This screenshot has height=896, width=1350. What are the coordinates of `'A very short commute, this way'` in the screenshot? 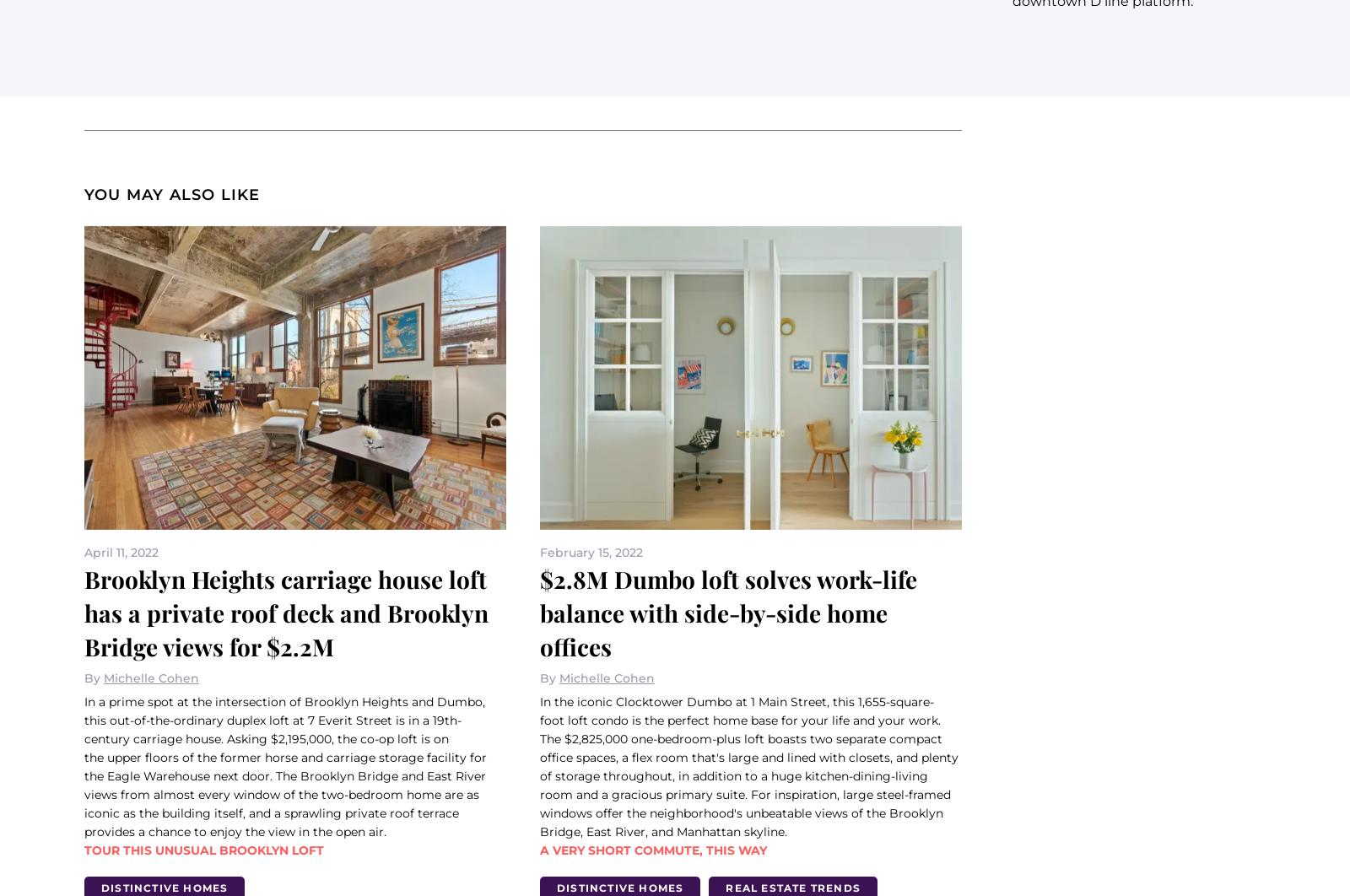 It's located at (653, 848).